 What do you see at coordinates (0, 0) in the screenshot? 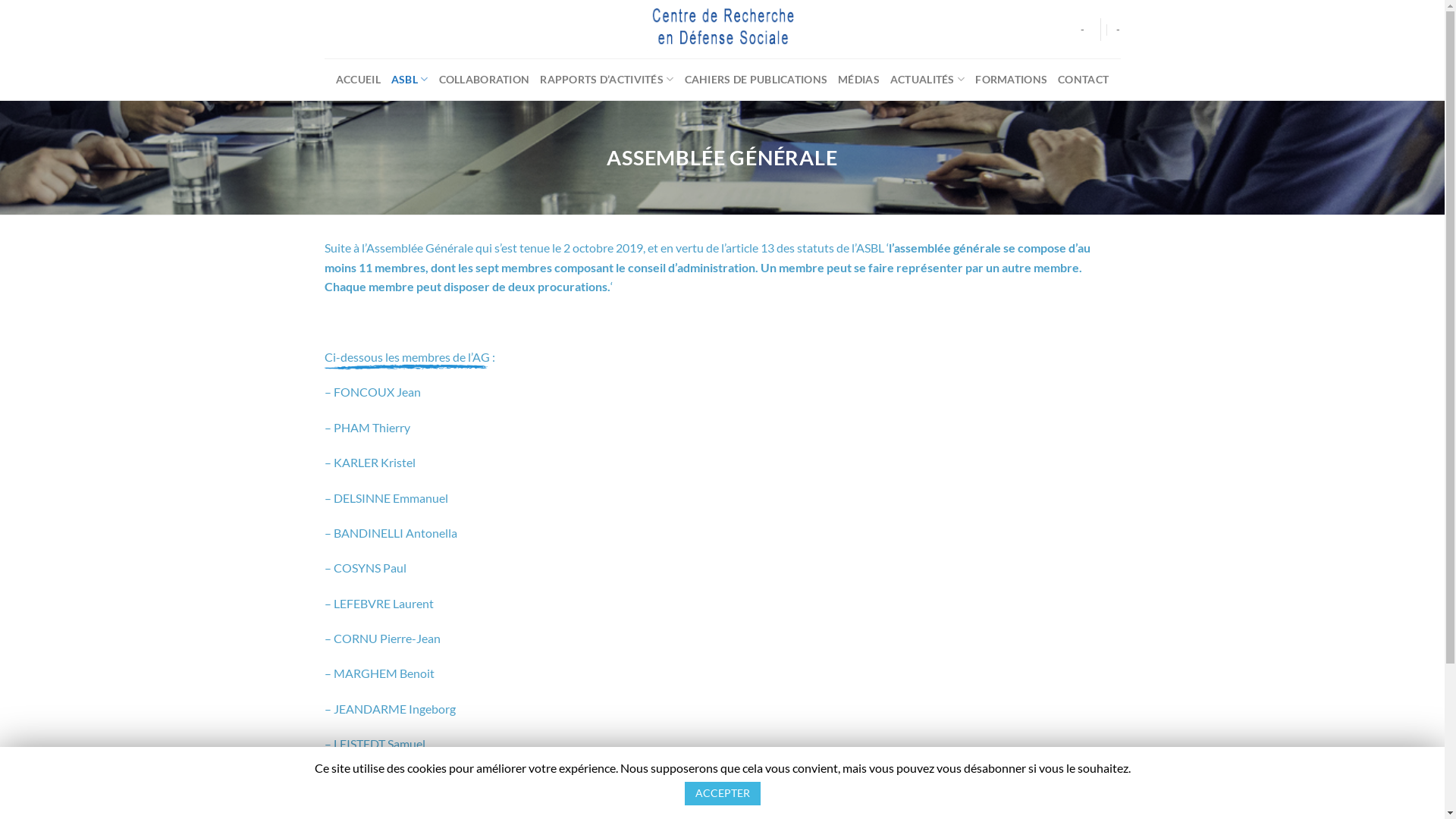
I see `'Skip to content'` at bounding box center [0, 0].